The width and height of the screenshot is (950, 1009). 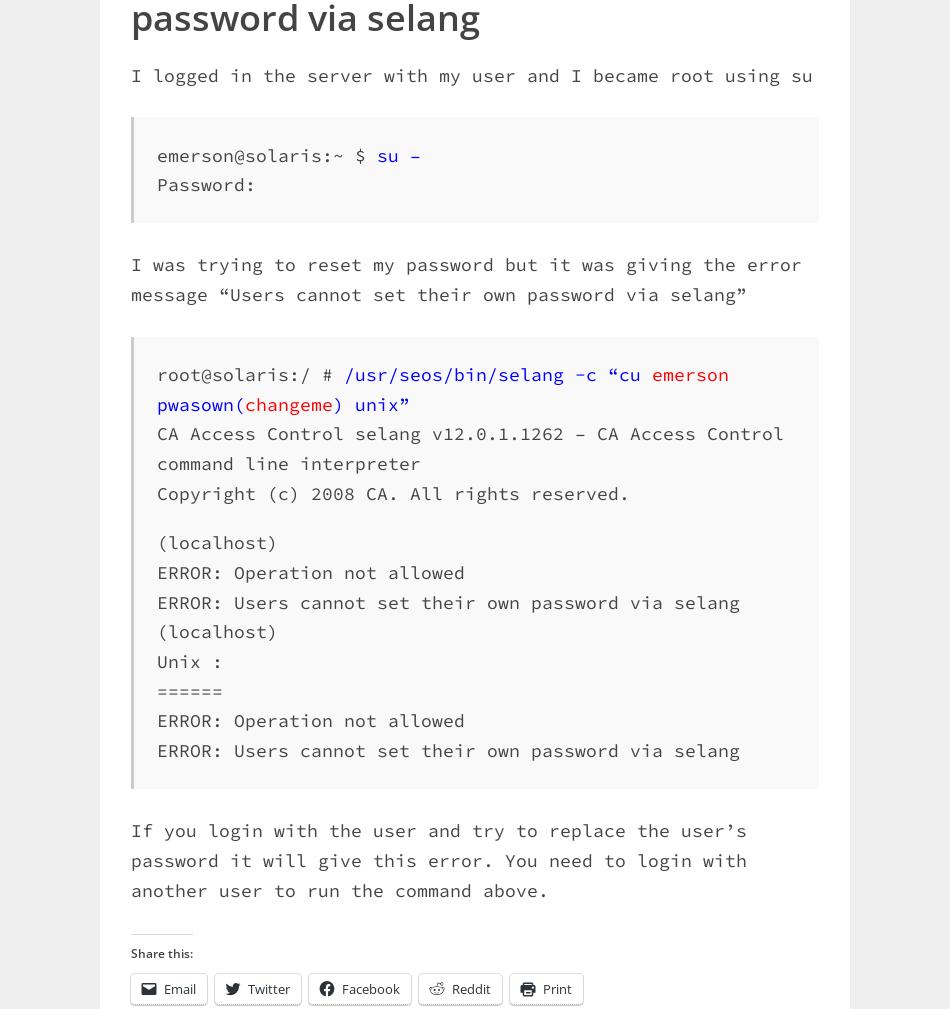 I want to click on 'Facebook', so click(x=369, y=989).